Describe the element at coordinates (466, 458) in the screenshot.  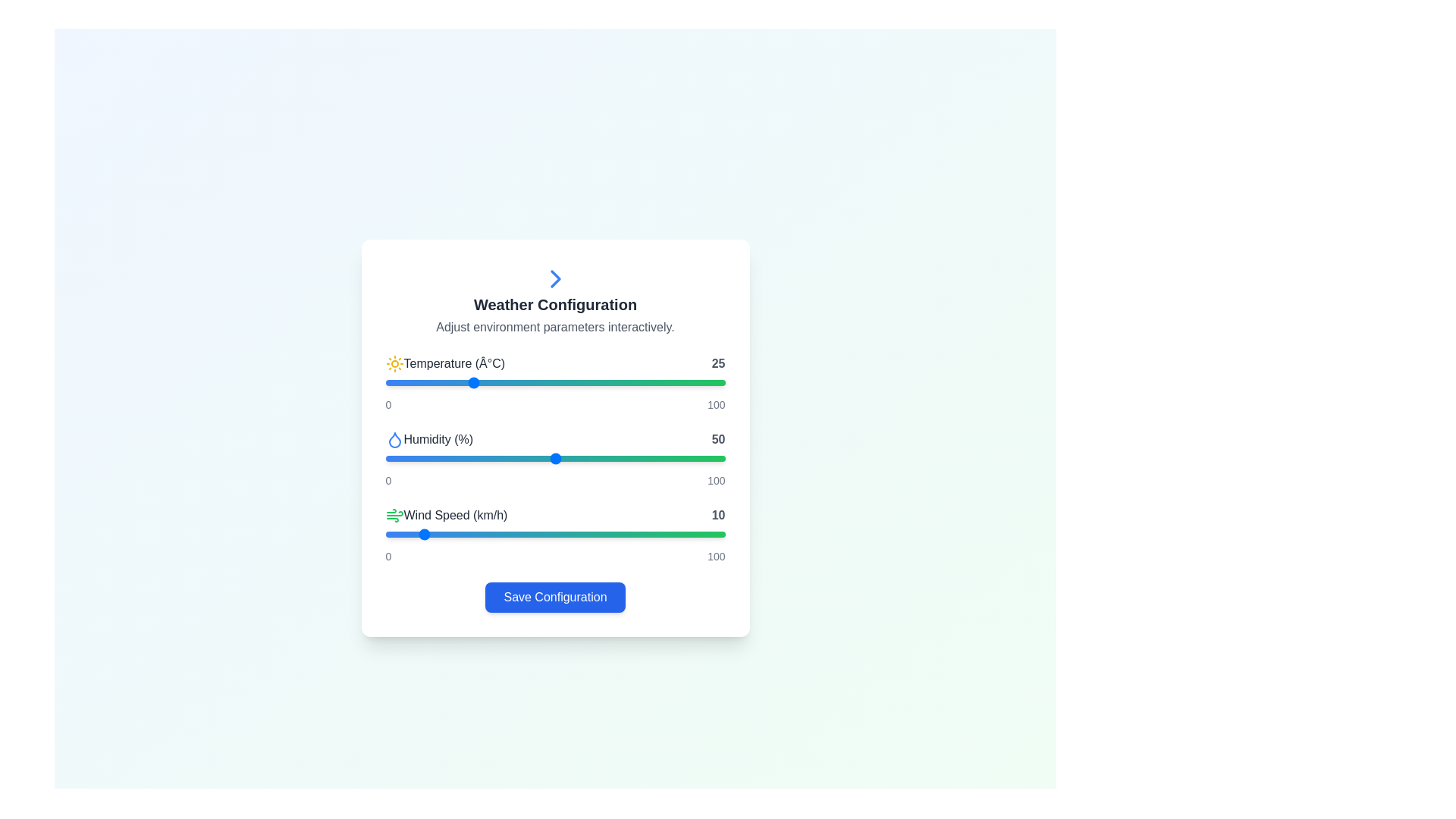
I see `the slider value` at that location.